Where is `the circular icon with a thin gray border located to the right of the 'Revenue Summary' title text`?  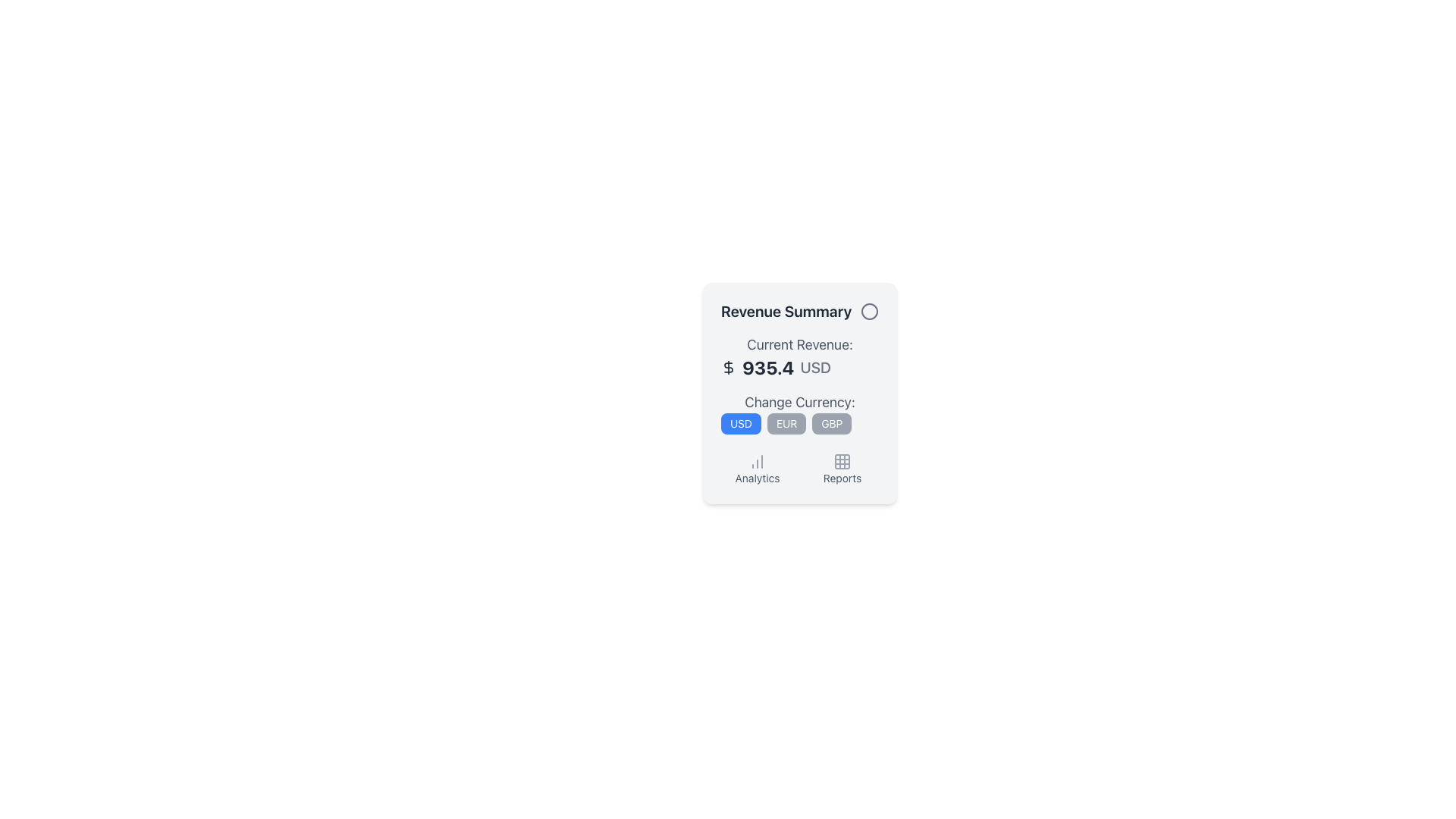 the circular icon with a thin gray border located to the right of the 'Revenue Summary' title text is located at coordinates (870, 311).